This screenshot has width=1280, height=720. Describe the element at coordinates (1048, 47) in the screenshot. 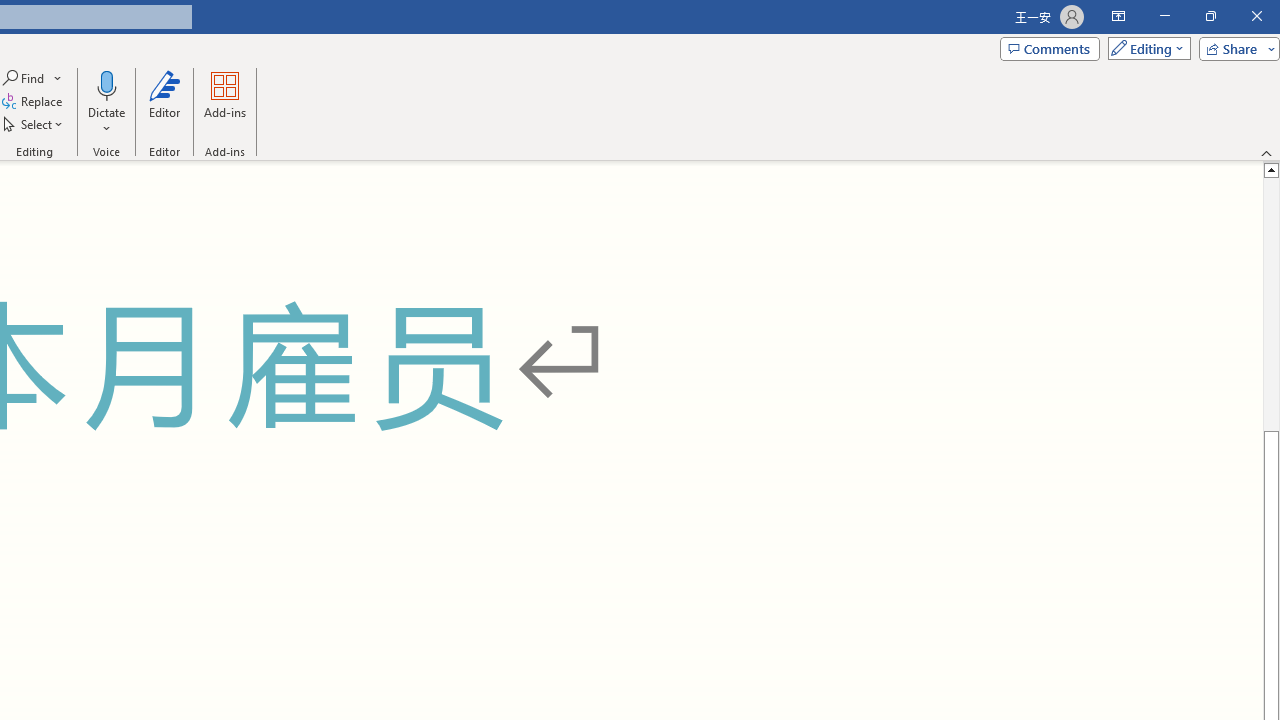

I see `'Comments'` at that location.